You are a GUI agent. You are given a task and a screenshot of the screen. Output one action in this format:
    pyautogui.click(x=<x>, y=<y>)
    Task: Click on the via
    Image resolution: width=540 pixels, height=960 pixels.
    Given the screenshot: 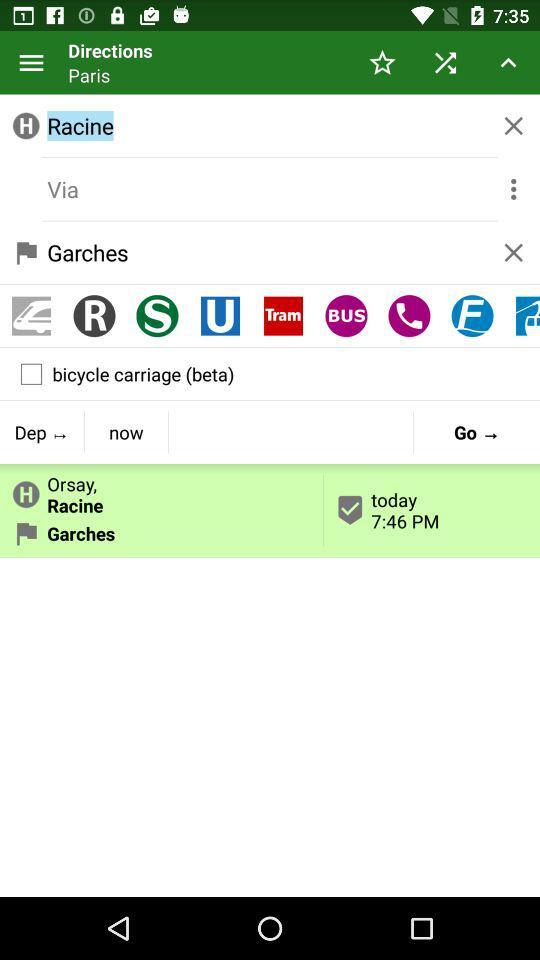 What is the action you would take?
    pyautogui.click(x=270, y=189)
    